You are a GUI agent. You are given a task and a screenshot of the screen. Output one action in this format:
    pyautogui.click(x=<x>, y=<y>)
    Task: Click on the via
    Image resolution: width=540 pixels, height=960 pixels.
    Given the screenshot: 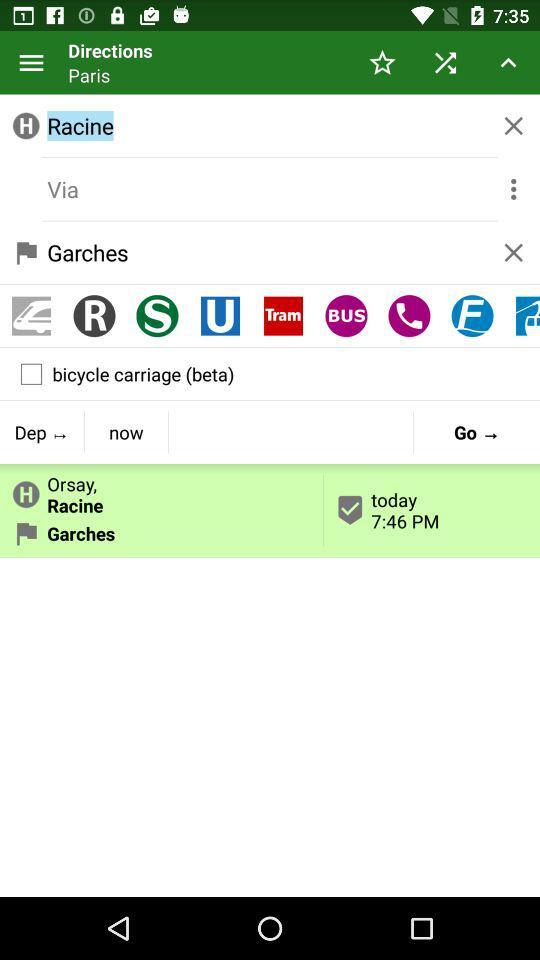 What is the action you would take?
    pyautogui.click(x=270, y=189)
    